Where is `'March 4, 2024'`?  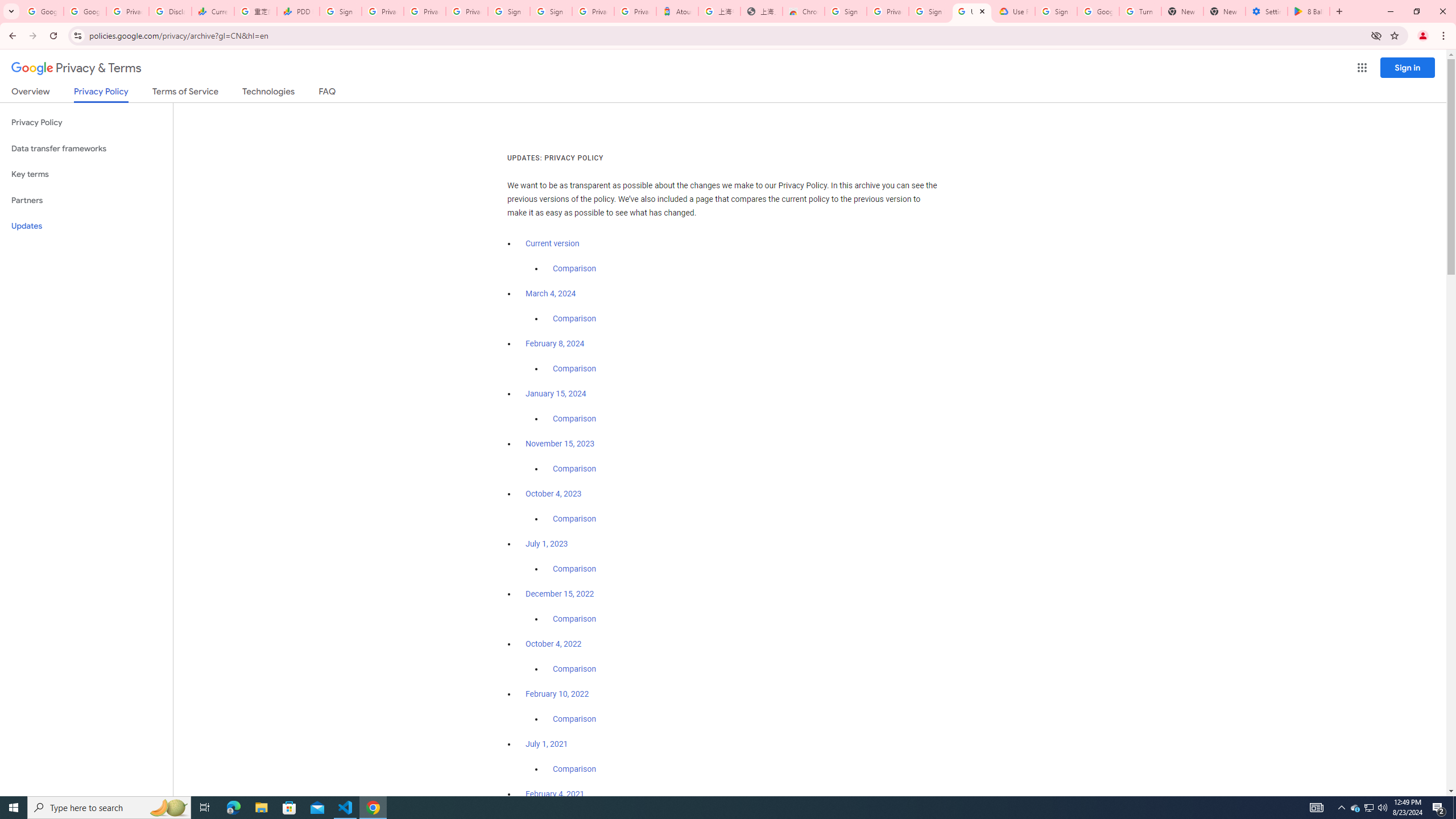 'March 4, 2024' is located at coordinates (550, 293).